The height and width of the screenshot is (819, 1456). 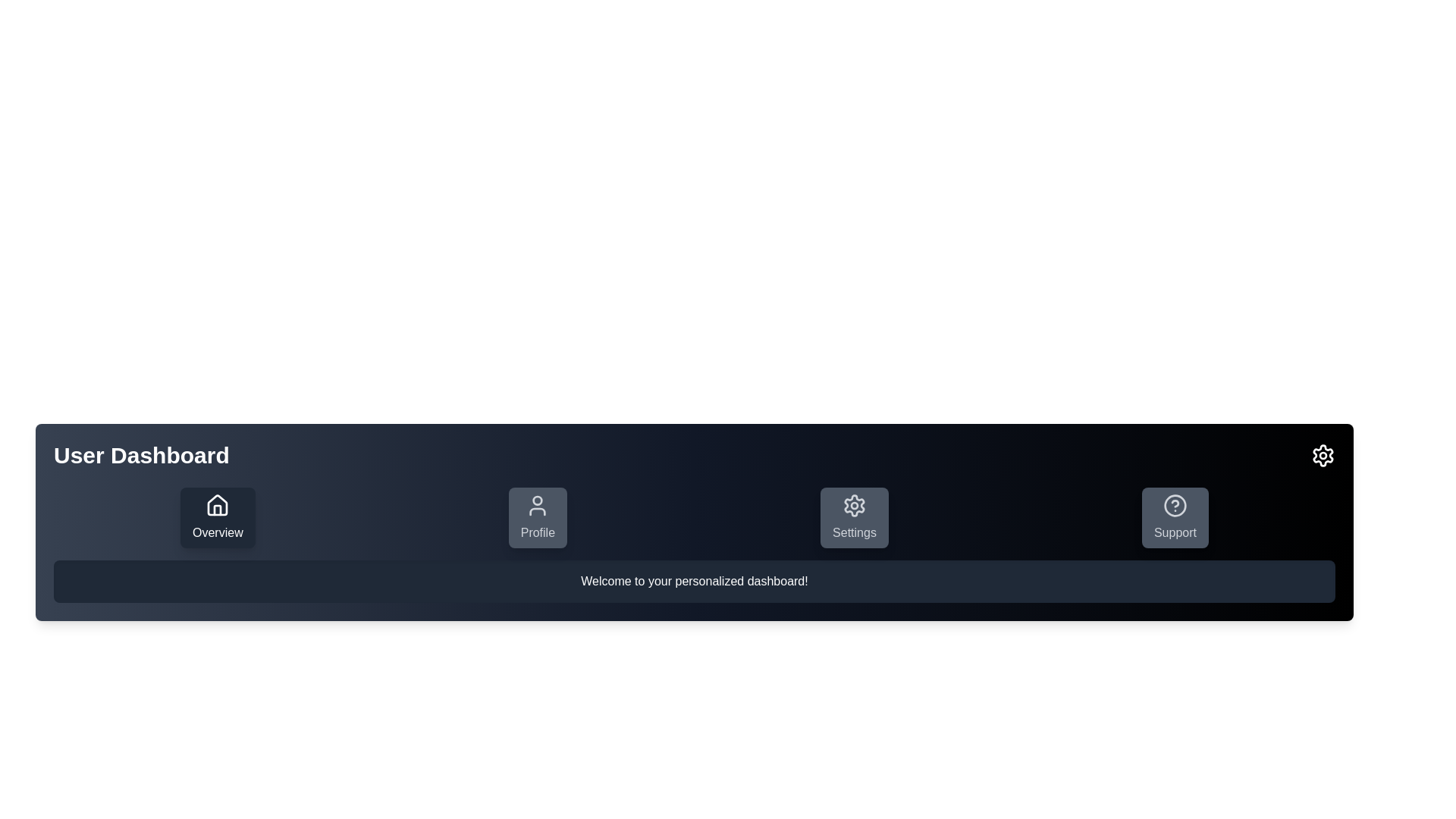 What do you see at coordinates (1175, 506) in the screenshot?
I see `the support icon, which is a circle with a question mark inside, located within the 'Support' button in the bottom-right corner of the interface` at bounding box center [1175, 506].